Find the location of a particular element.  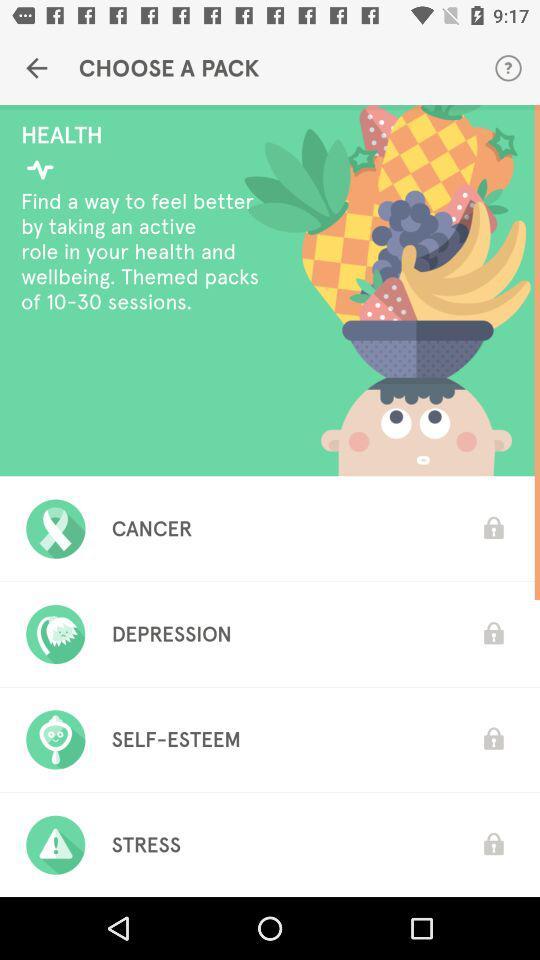

item next to the choose a pack is located at coordinates (508, 68).